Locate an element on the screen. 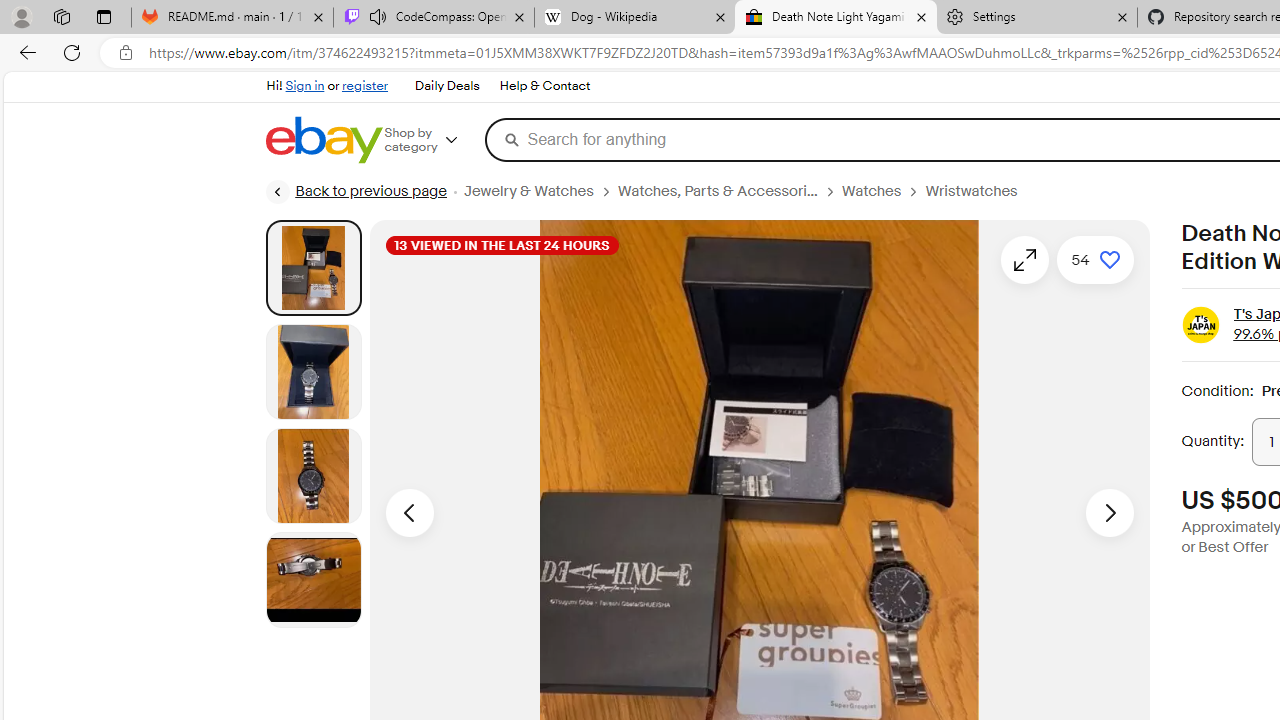 This screenshot has width=1280, height=720. 'Picture 3 of 4' is located at coordinates (312, 475).